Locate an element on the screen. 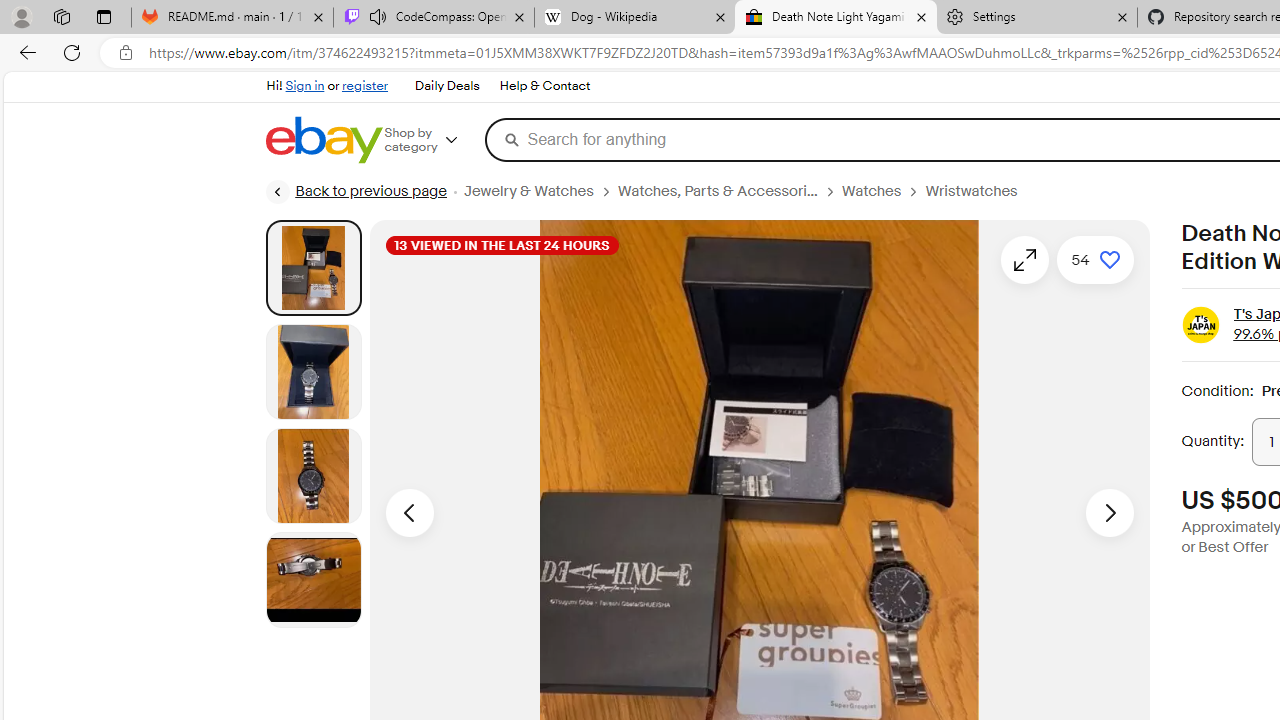 This screenshot has width=1280, height=720. 'Picture 3 of 4' is located at coordinates (312, 475).